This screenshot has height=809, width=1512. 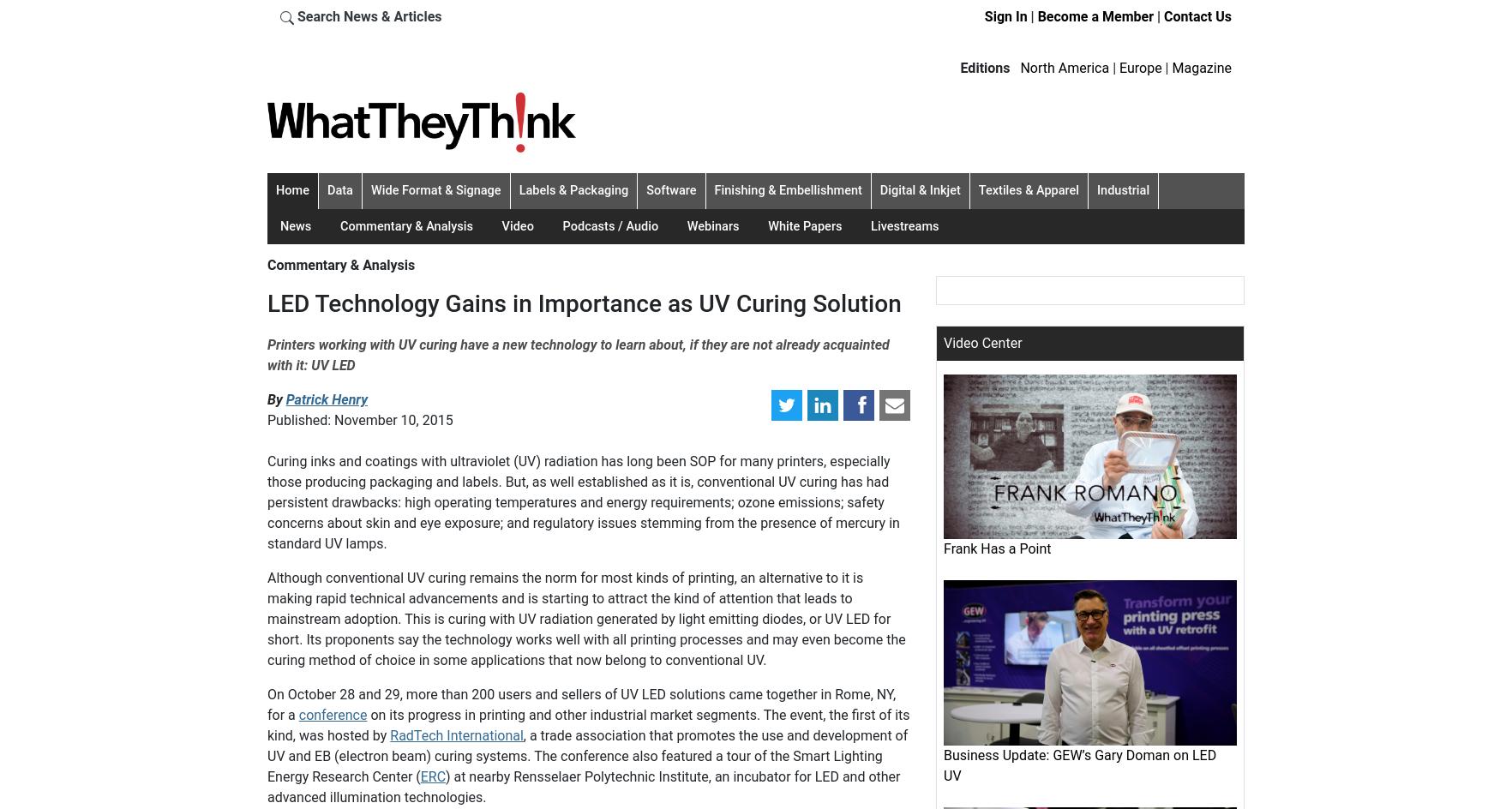 I want to click on 'Software', so click(x=671, y=189).